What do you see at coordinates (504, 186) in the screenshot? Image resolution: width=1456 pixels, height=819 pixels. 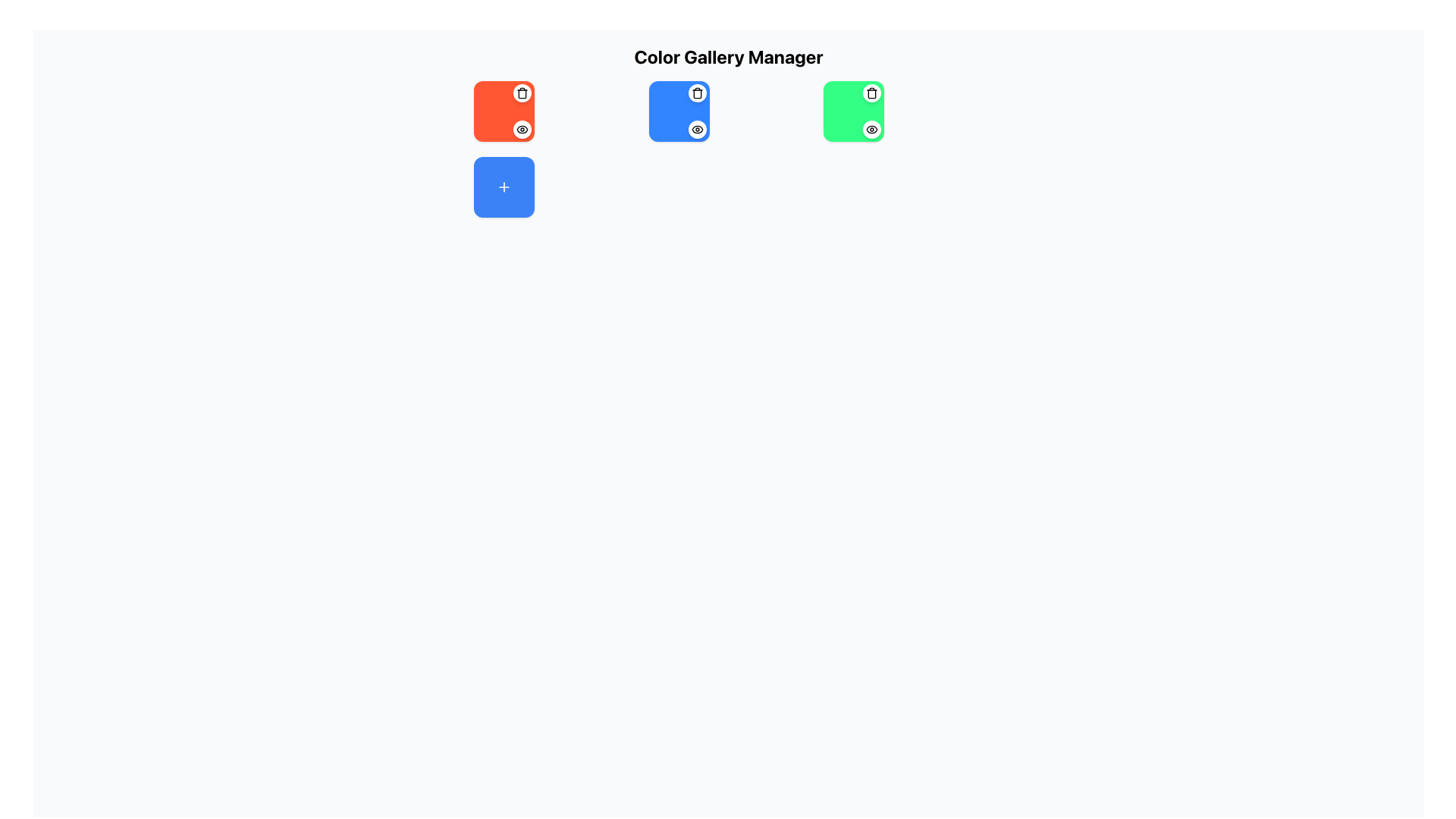 I see `the action button located at the bottom-left position of the three-column layout, which features a '+' symbol for adding or creating new items` at bounding box center [504, 186].